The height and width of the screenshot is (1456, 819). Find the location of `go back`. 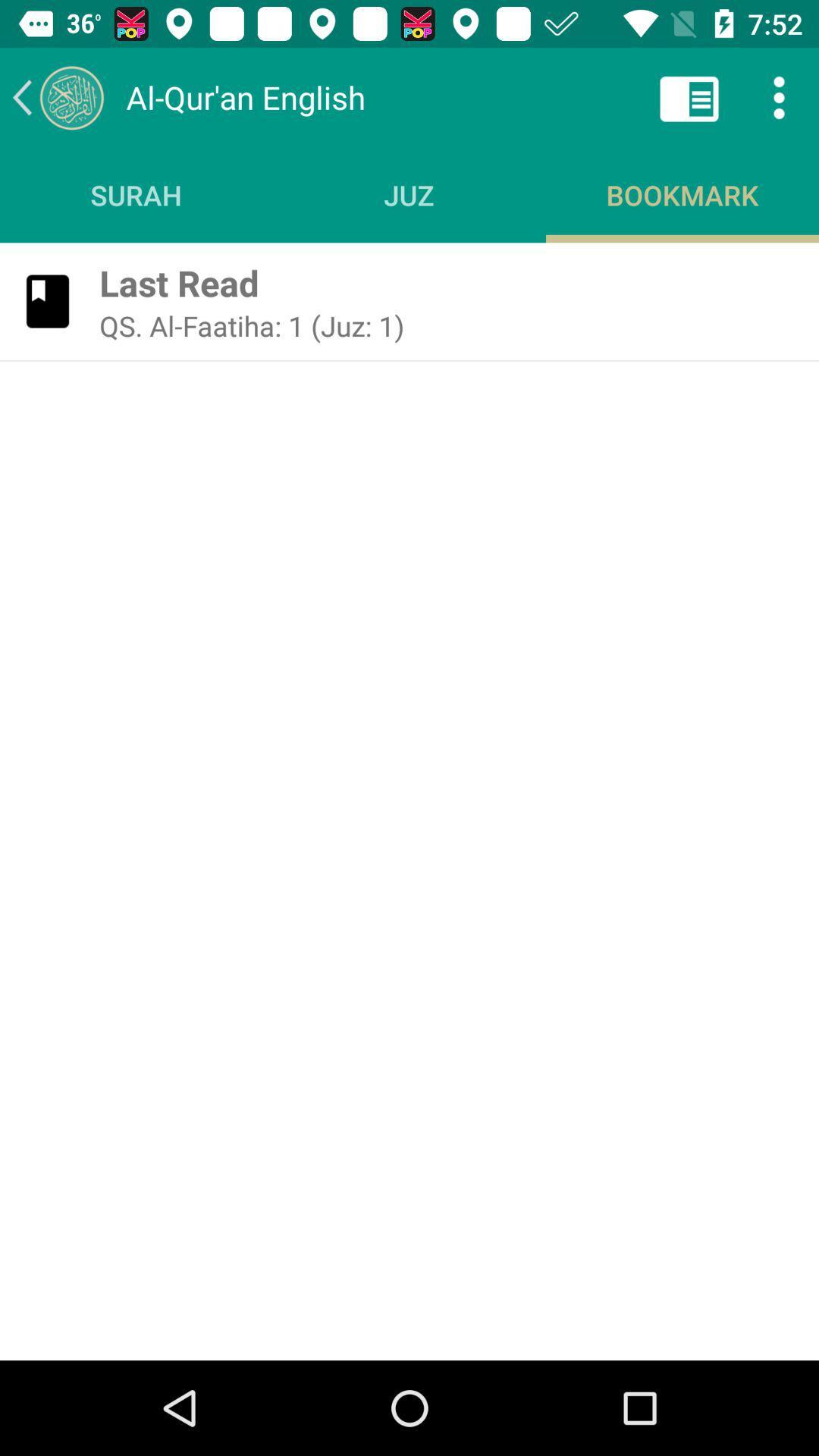

go back is located at coordinates (57, 96).